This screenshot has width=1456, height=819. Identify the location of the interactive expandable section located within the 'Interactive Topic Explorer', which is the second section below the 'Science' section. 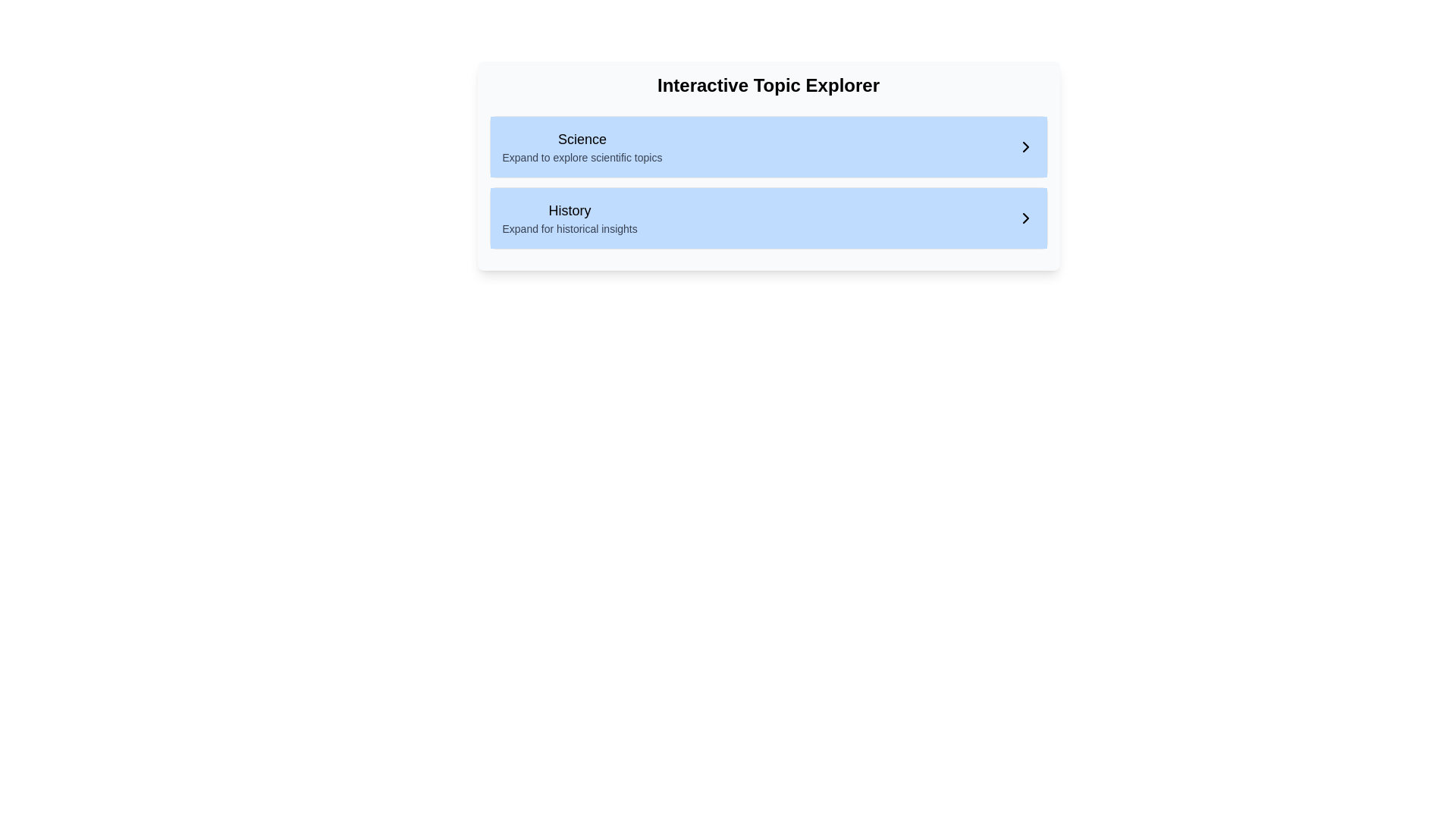
(768, 181).